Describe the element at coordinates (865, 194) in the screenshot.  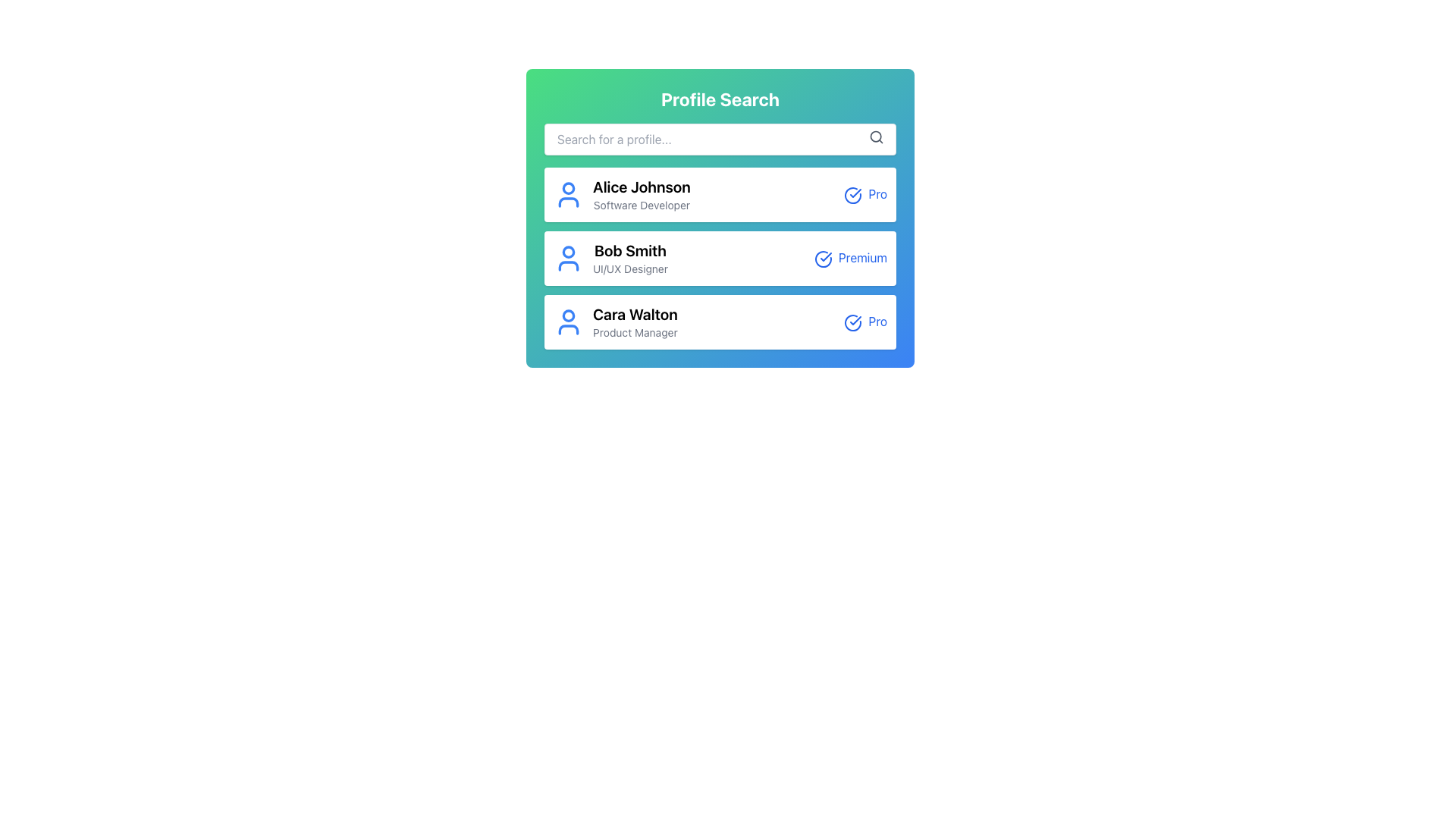
I see `text label 'Pro' styled in blue, located to the far right of 'Alice Johnson' in the top list item` at that location.